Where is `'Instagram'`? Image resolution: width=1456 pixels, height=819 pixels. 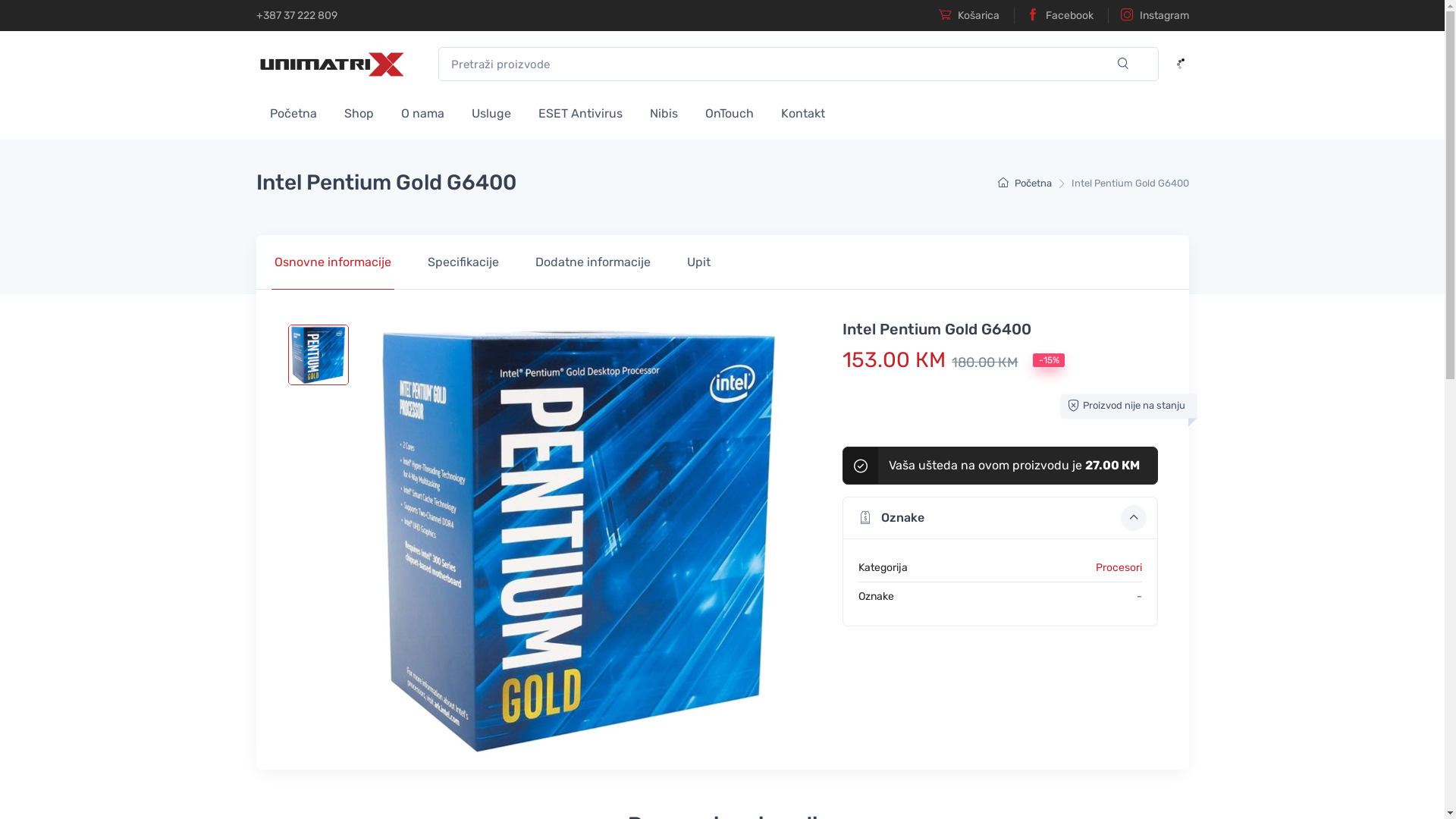
'Instagram' is located at coordinates (1147, 15).